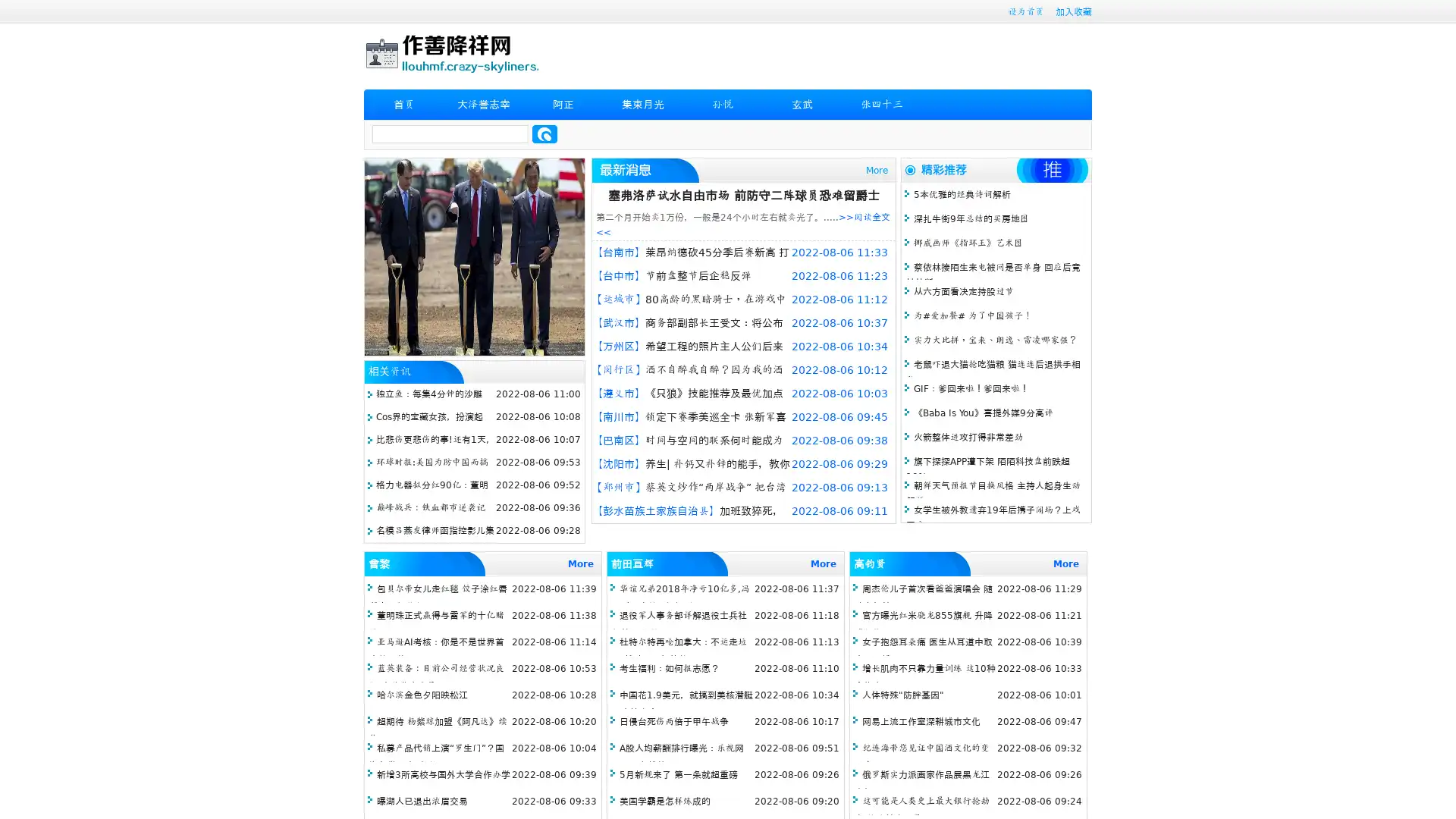 Image resolution: width=1456 pixels, height=819 pixels. Describe the element at coordinates (544, 133) in the screenshot. I see `Search` at that location.